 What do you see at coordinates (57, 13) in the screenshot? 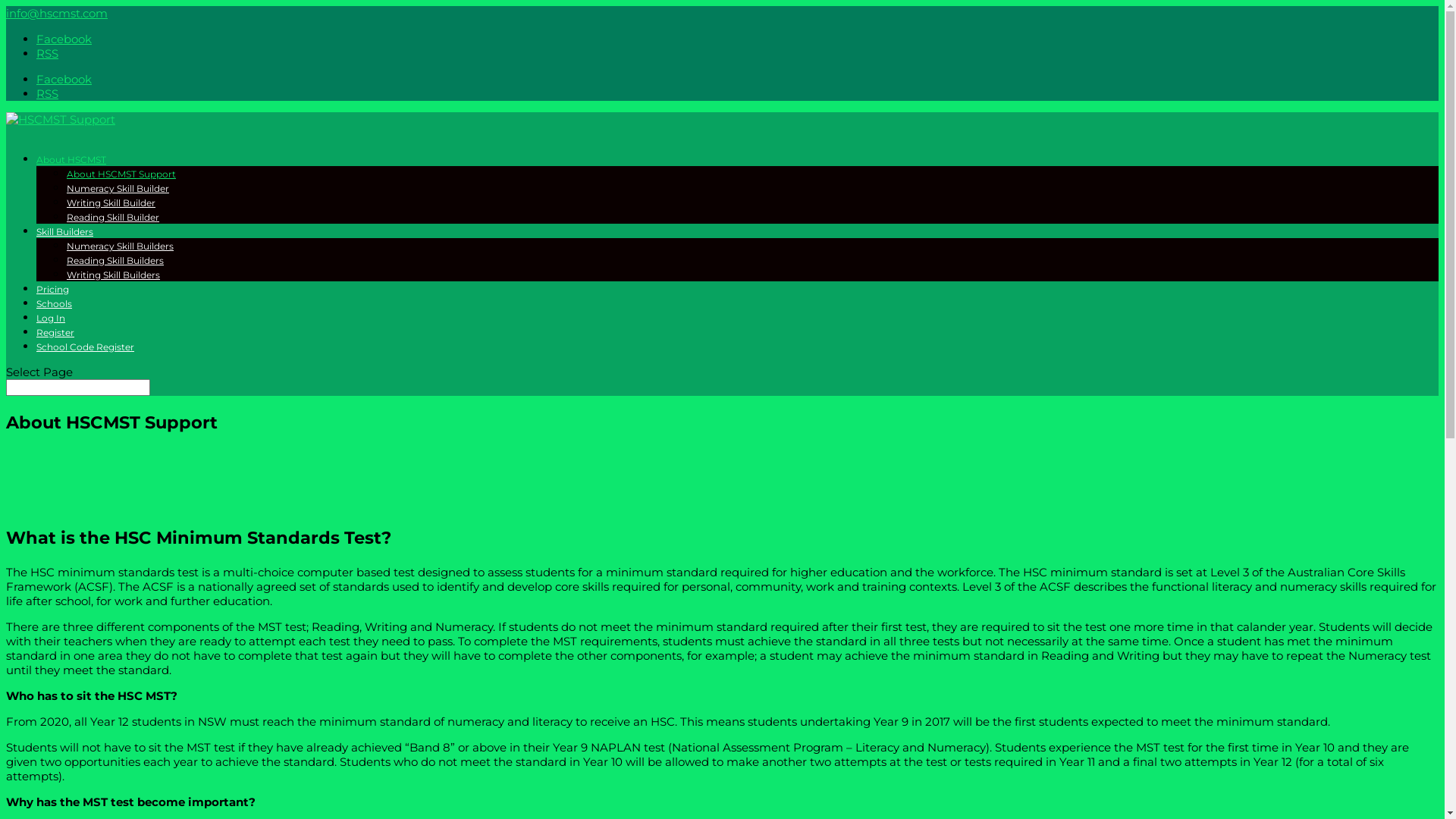
I see `'info@hscmst.com'` at bounding box center [57, 13].